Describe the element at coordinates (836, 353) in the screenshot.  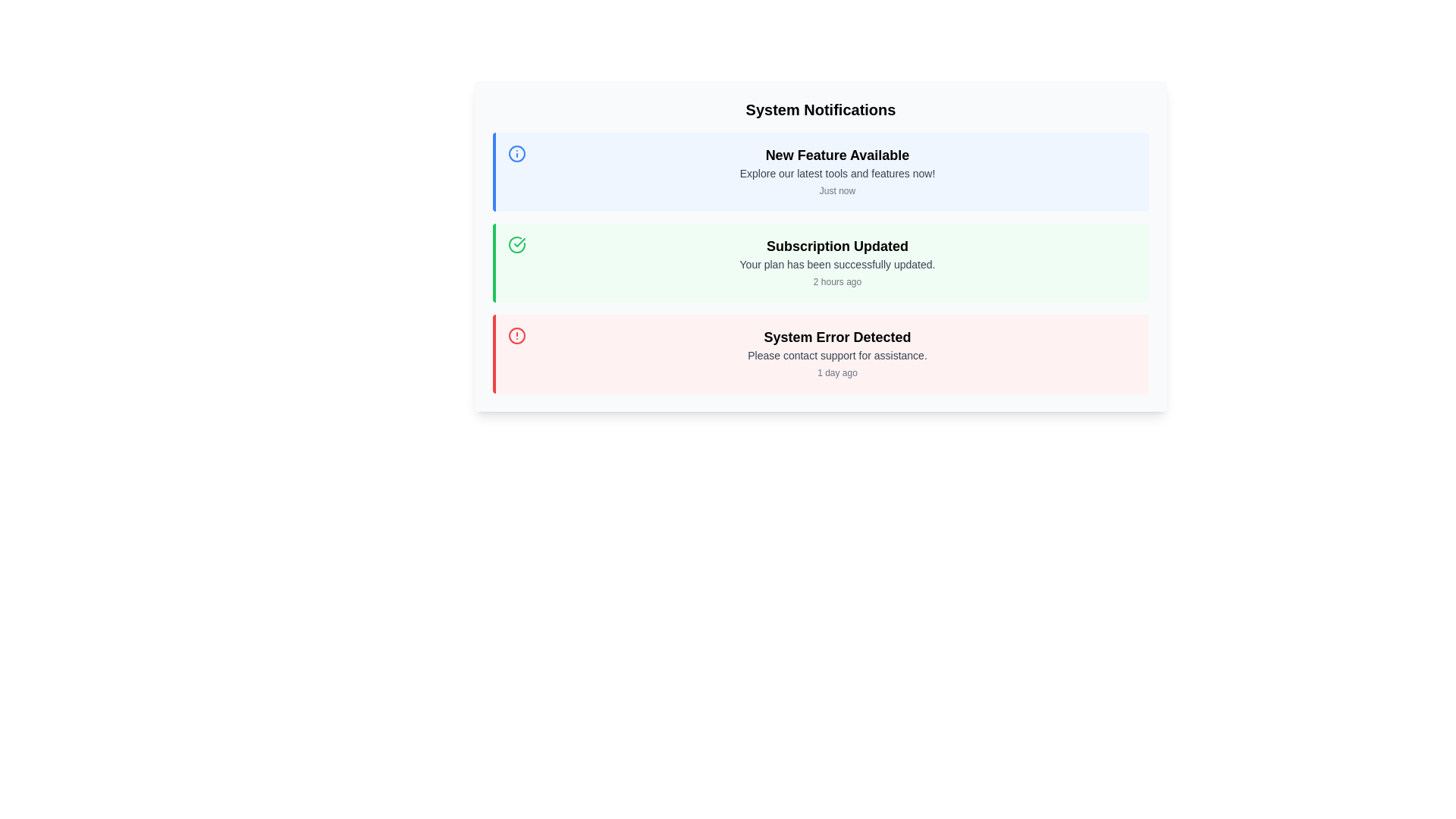
I see `text message from the textual notification block titled 'System Error Detected', which is located within a red alert box at the bottom of the notifications list` at that location.